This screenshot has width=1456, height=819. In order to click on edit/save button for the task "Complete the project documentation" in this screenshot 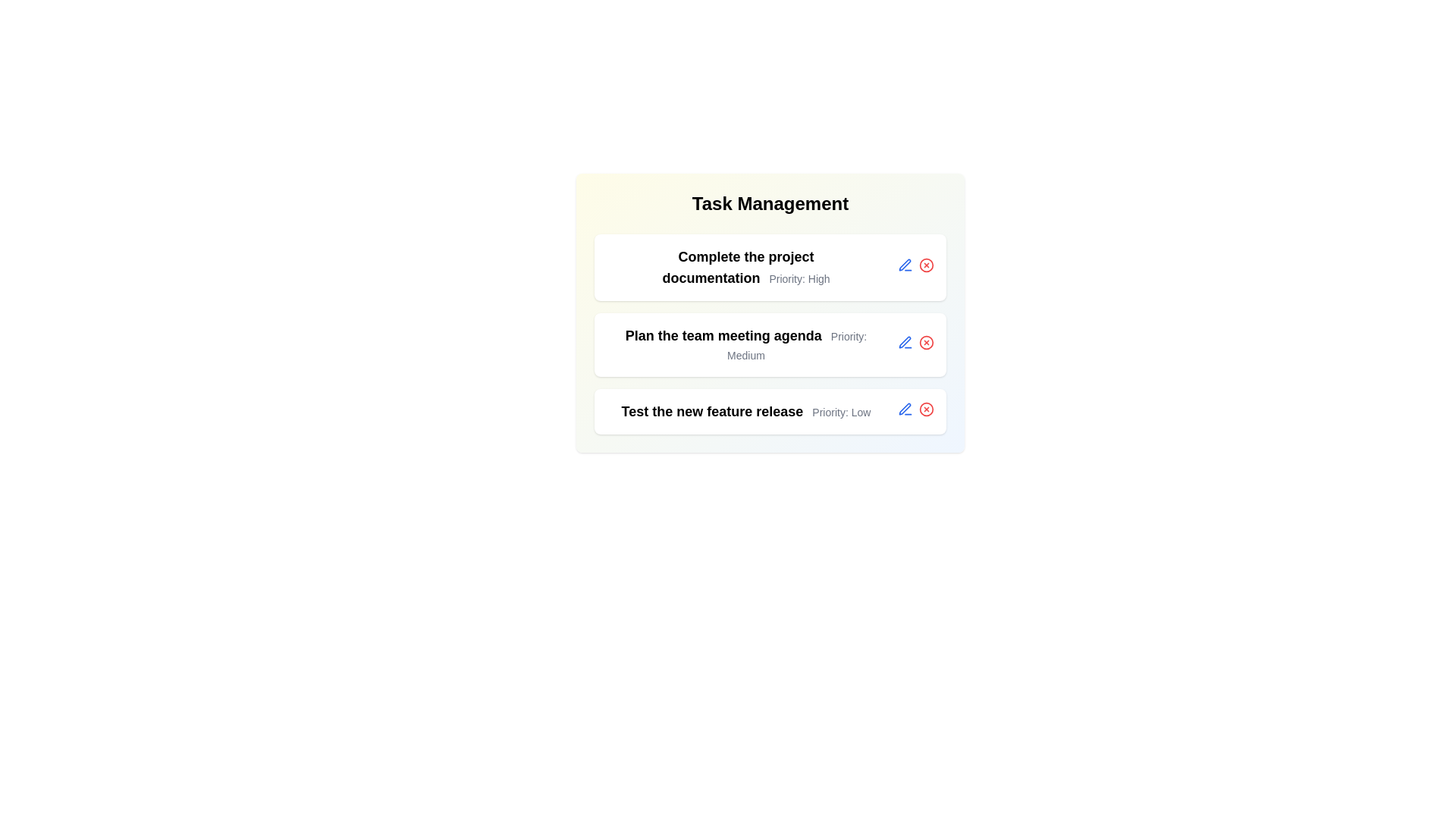, I will do `click(905, 264)`.